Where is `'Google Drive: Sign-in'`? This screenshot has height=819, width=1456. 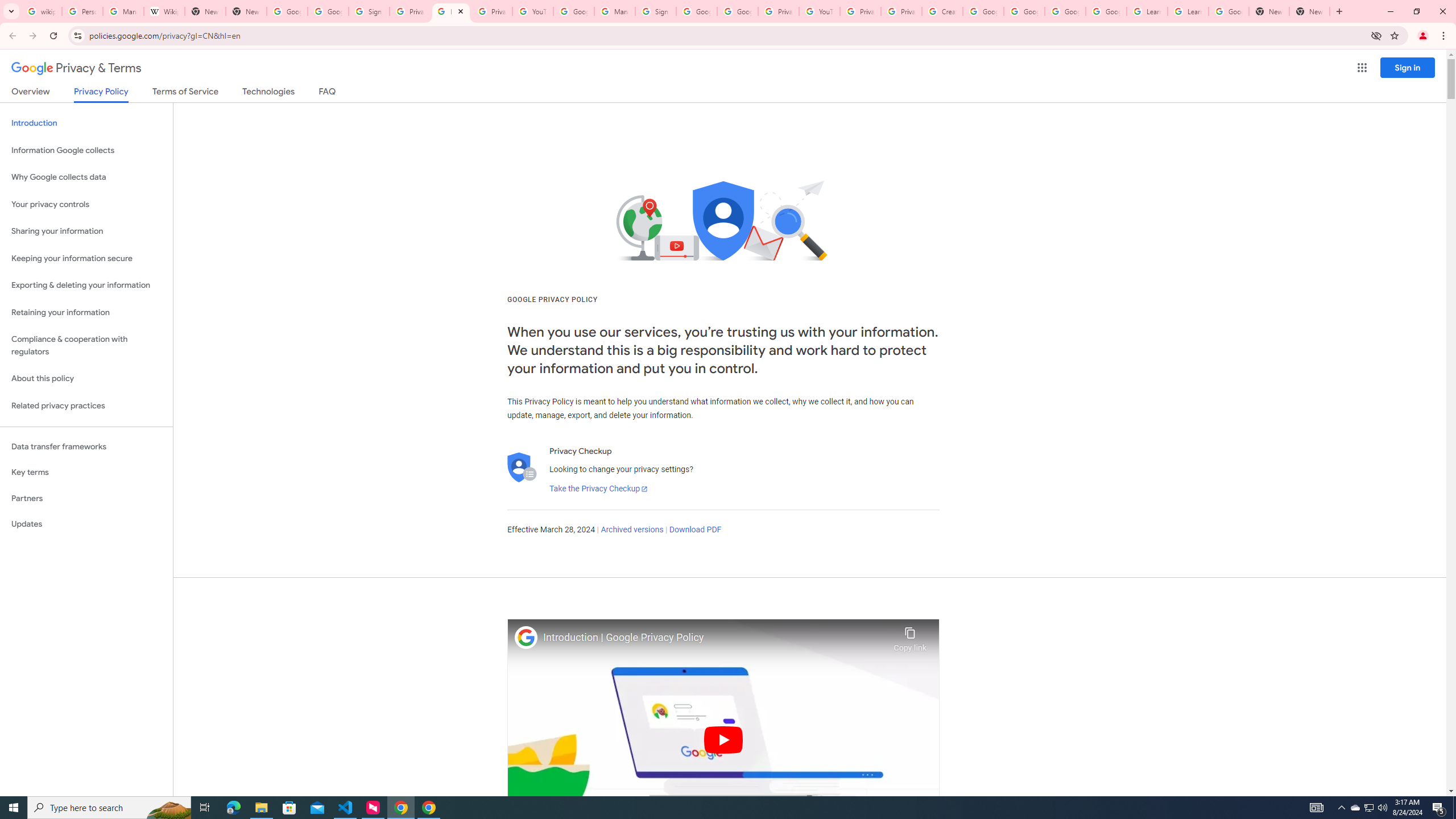 'Google Drive: Sign-in' is located at coordinates (328, 11).